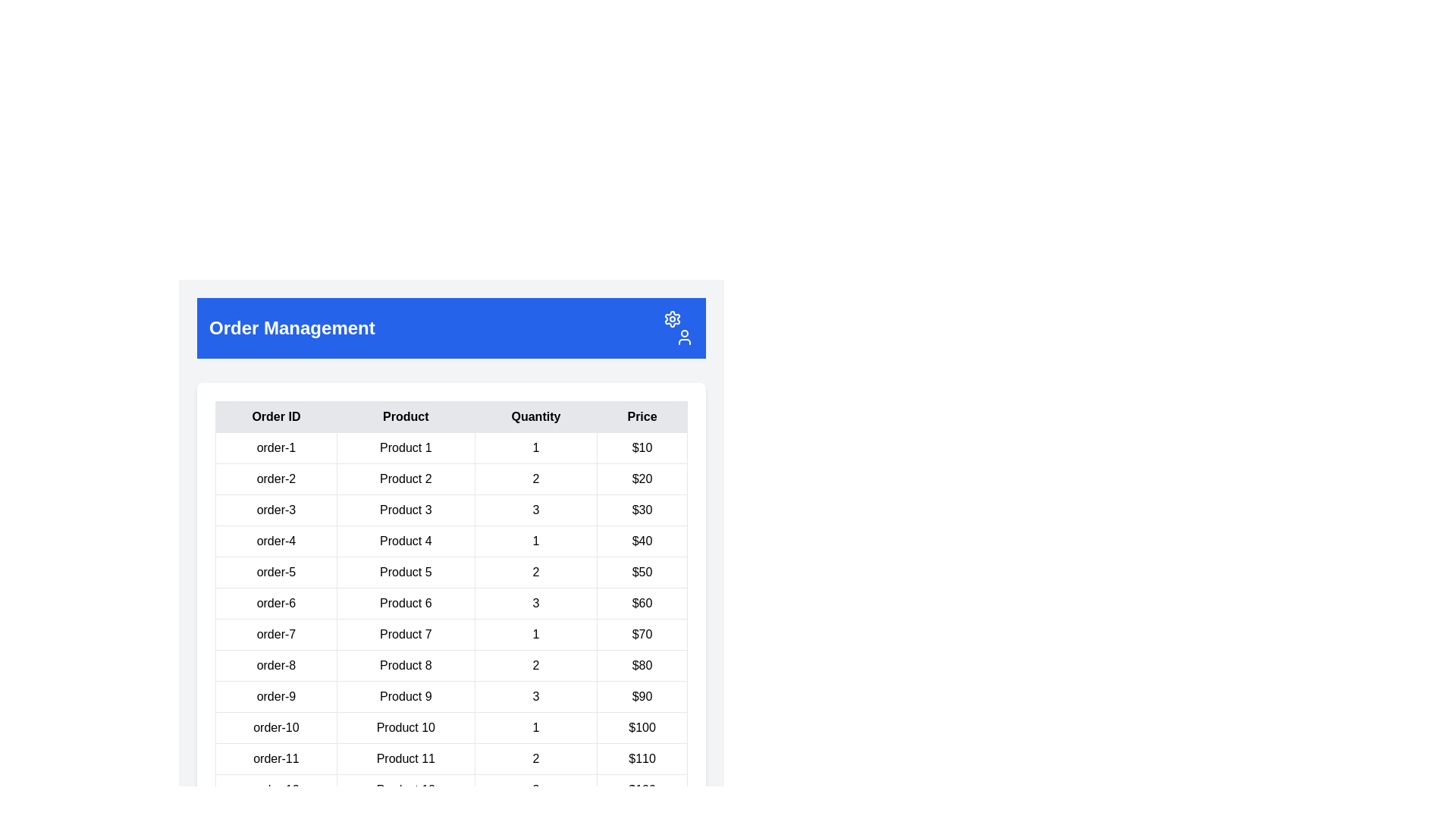  What do you see at coordinates (450, 759) in the screenshot?
I see `the eleventh row in the order management table, which displays order-related details` at bounding box center [450, 759].